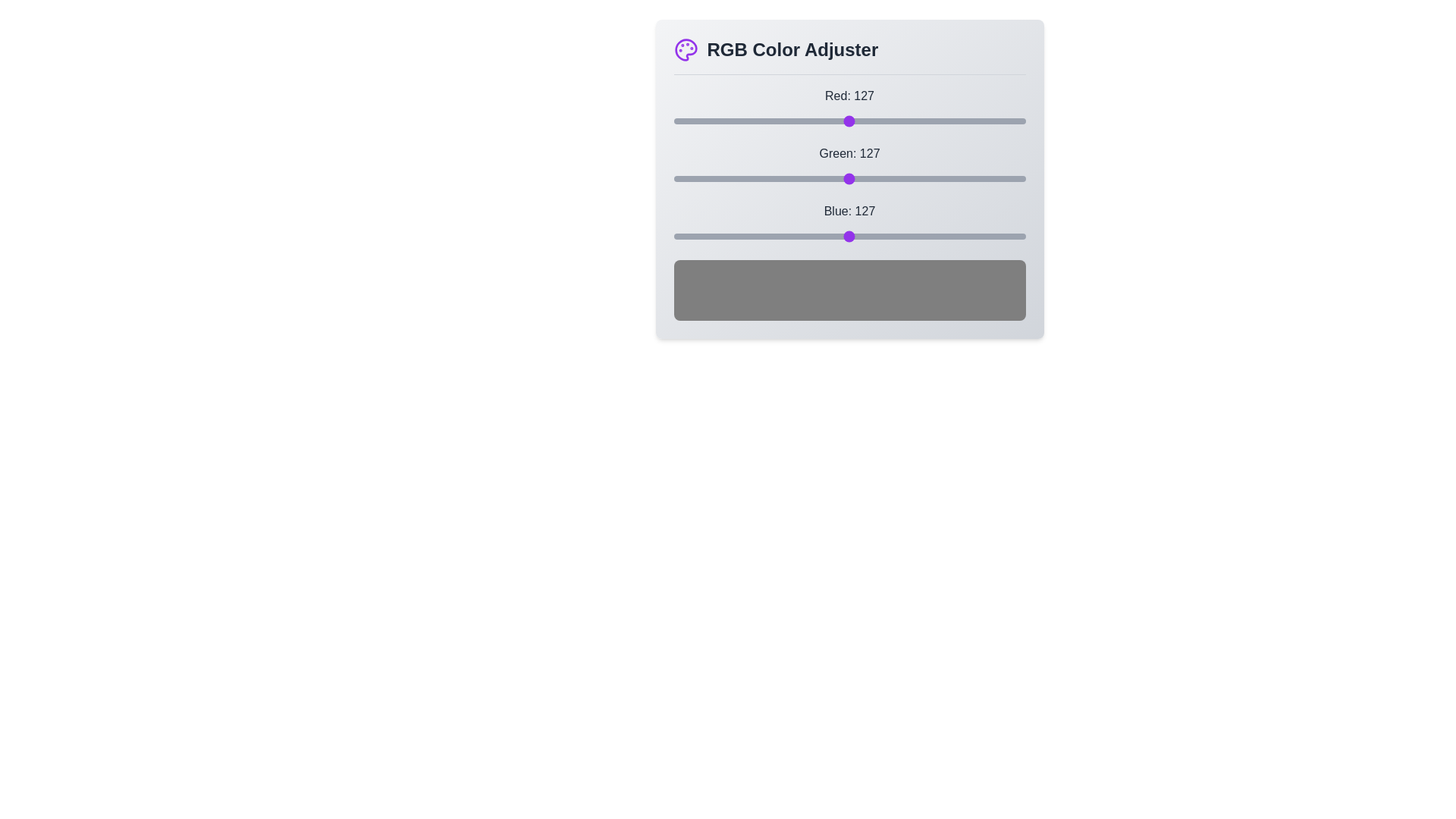  Describe the element at coordinates (850, 237) in the screenshot. I see `the blue slider to 128 by dragging the slider` at that location.